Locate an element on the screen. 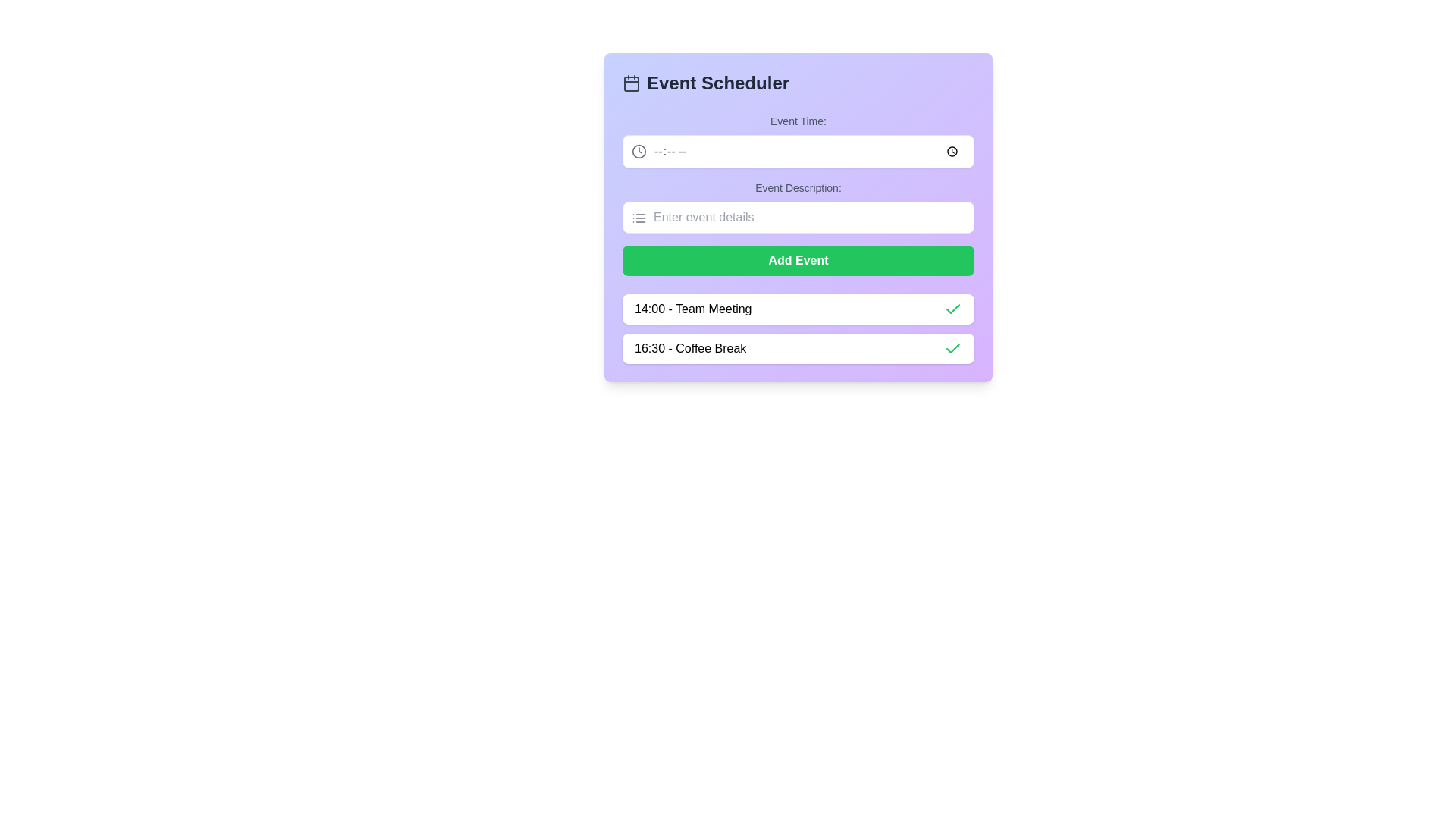 This screenshot has height=819, width=1456. the text label displaying '16:30 - Coffee Break' in black text to edit the event details is located at coordinates (689, 348).